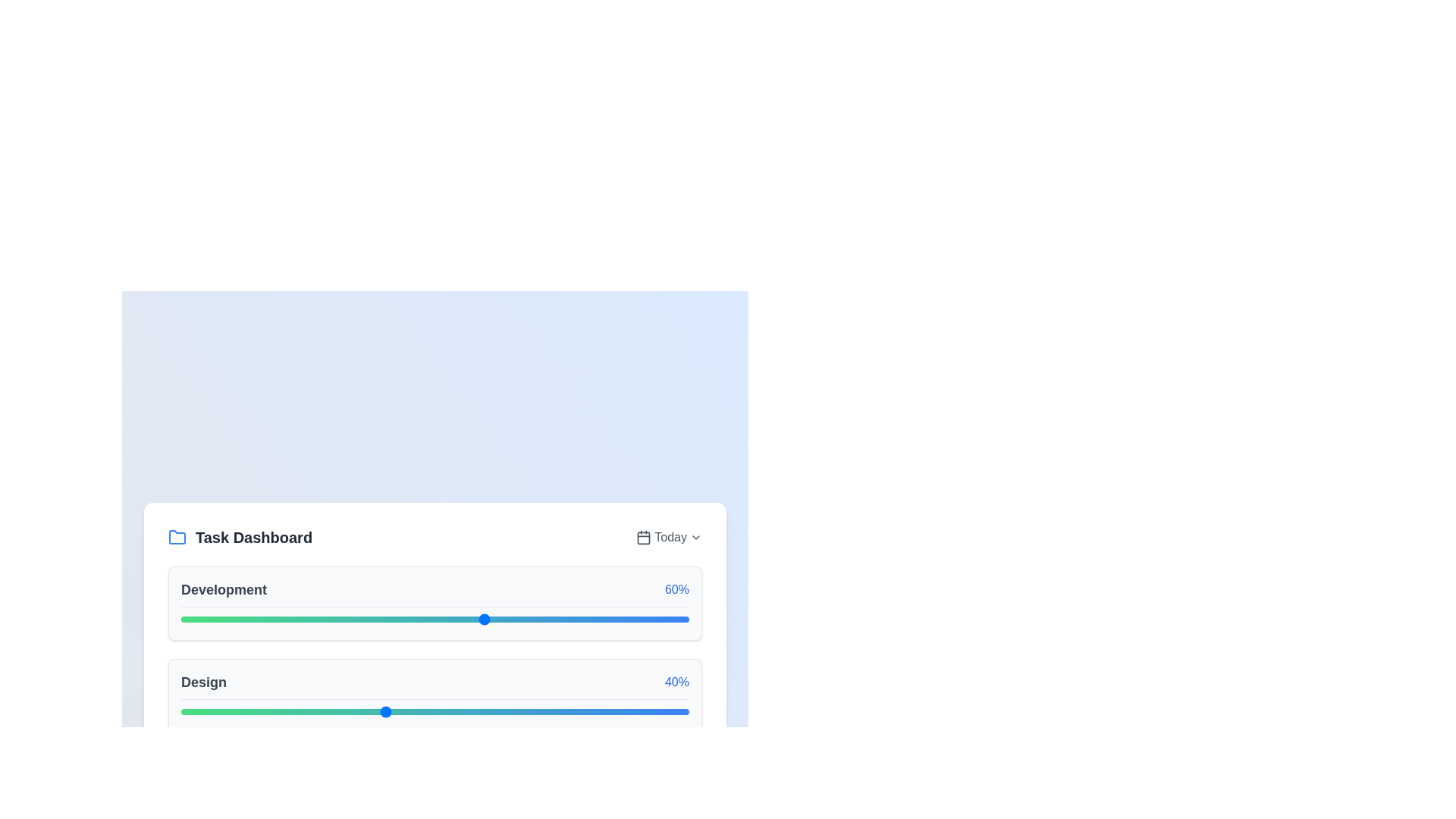 This screenshot has width=1456, height=819. What do you see at coordinates (328, 620) in the screenshot?
I see `the development progress` at bounding box center [328, 620].